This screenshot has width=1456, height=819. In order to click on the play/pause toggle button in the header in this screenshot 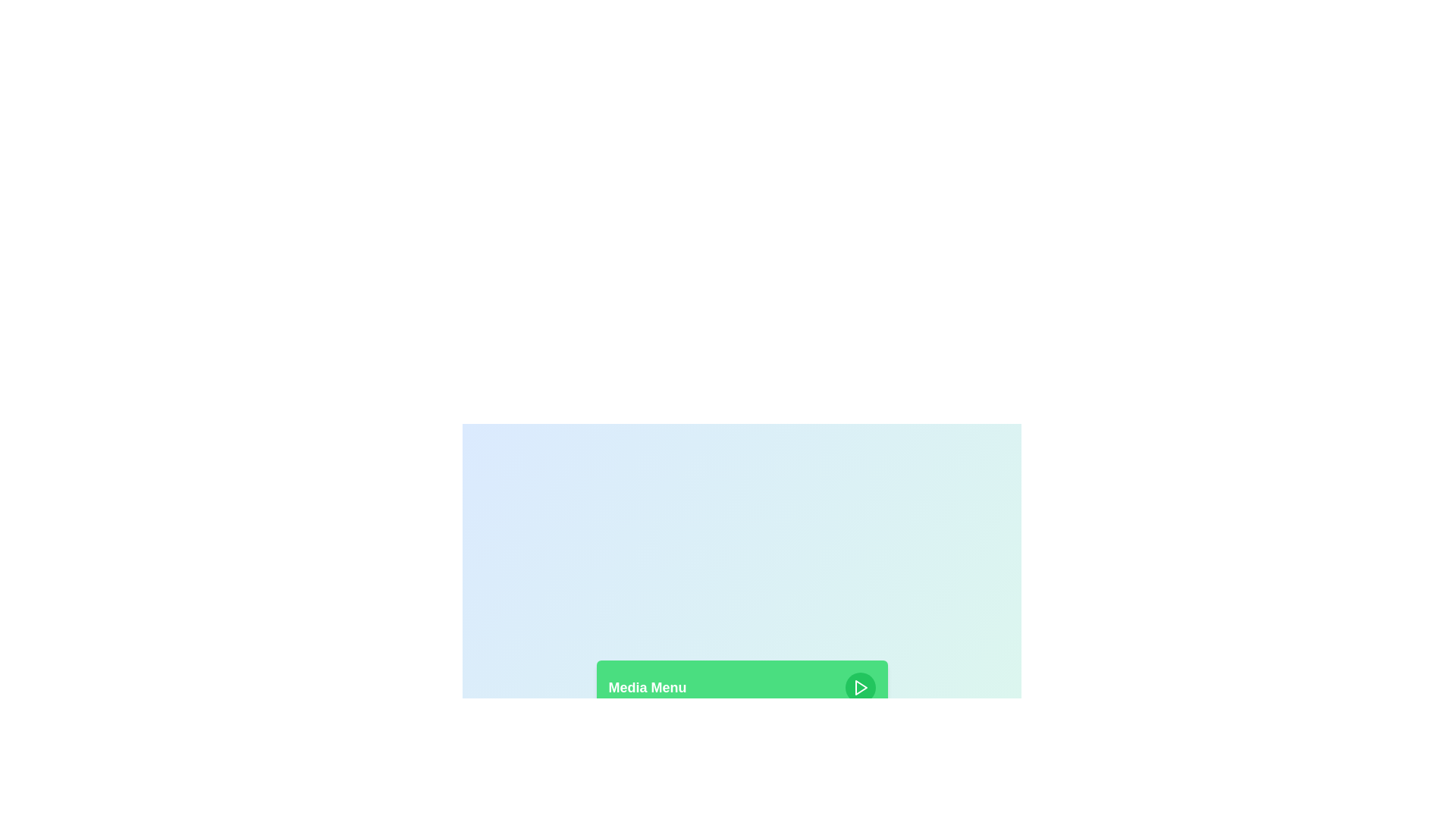, I will do `click(860, 687)`.